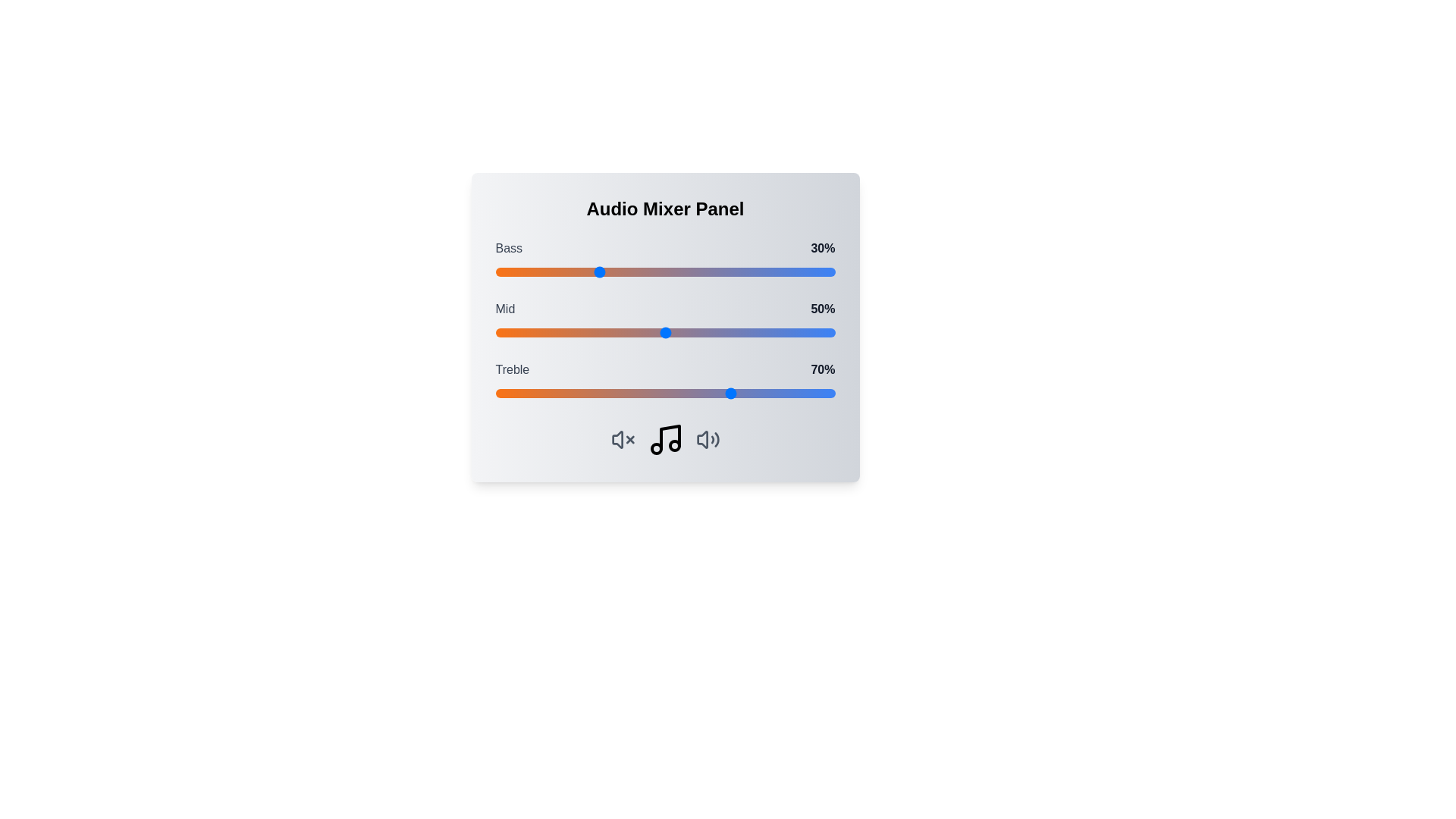 Image resolution: width=1456 pixels, height=819 pixels. I want to click on the mute icon to interact with the corresponding volume control, so click(623, 439).